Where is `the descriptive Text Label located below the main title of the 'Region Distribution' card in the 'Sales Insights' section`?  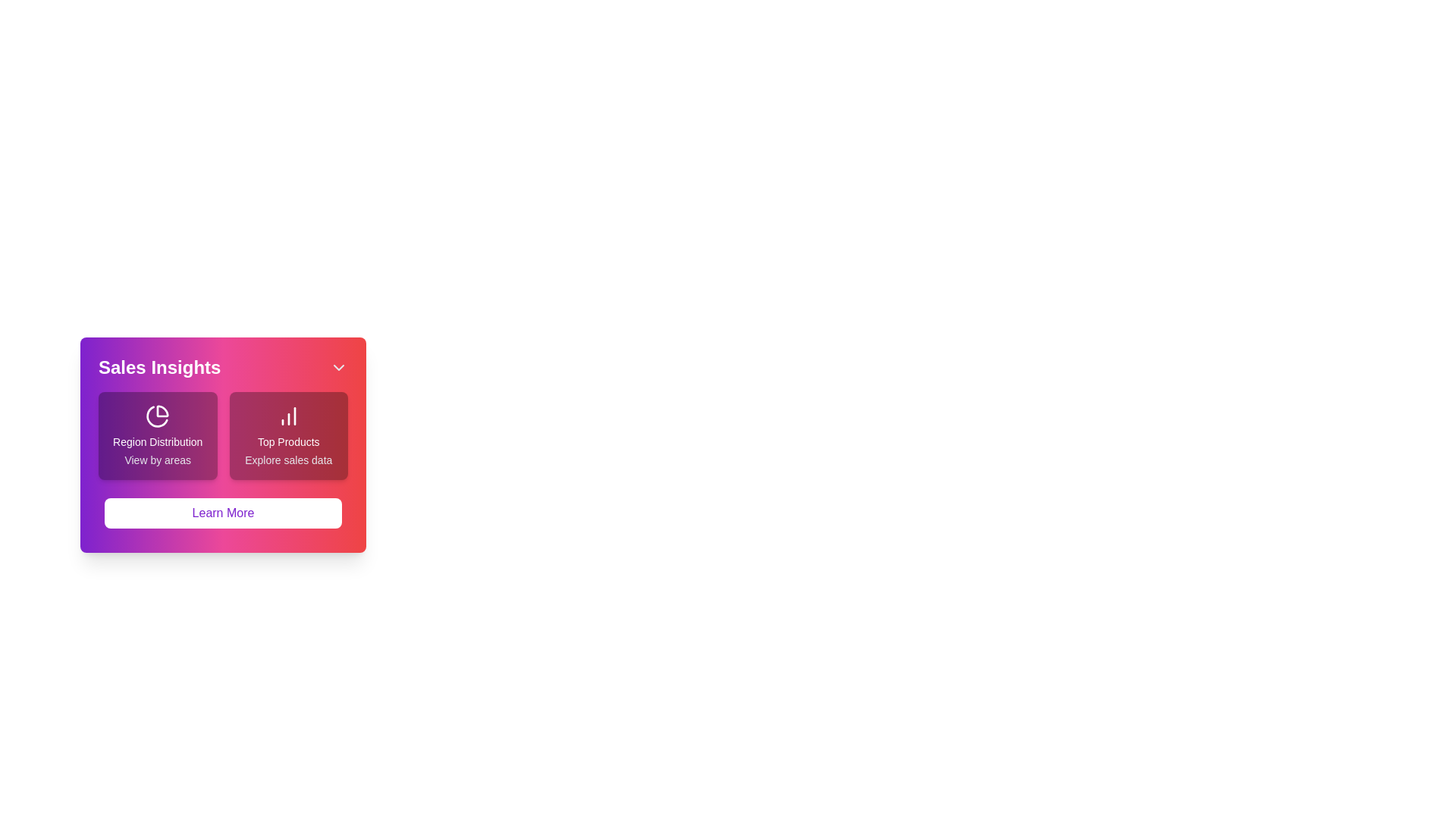
the descriptive Text Label located below the main title of the 'Region Distribution' card in the 'Sales Insights' section is located at coordinates (158, 459).